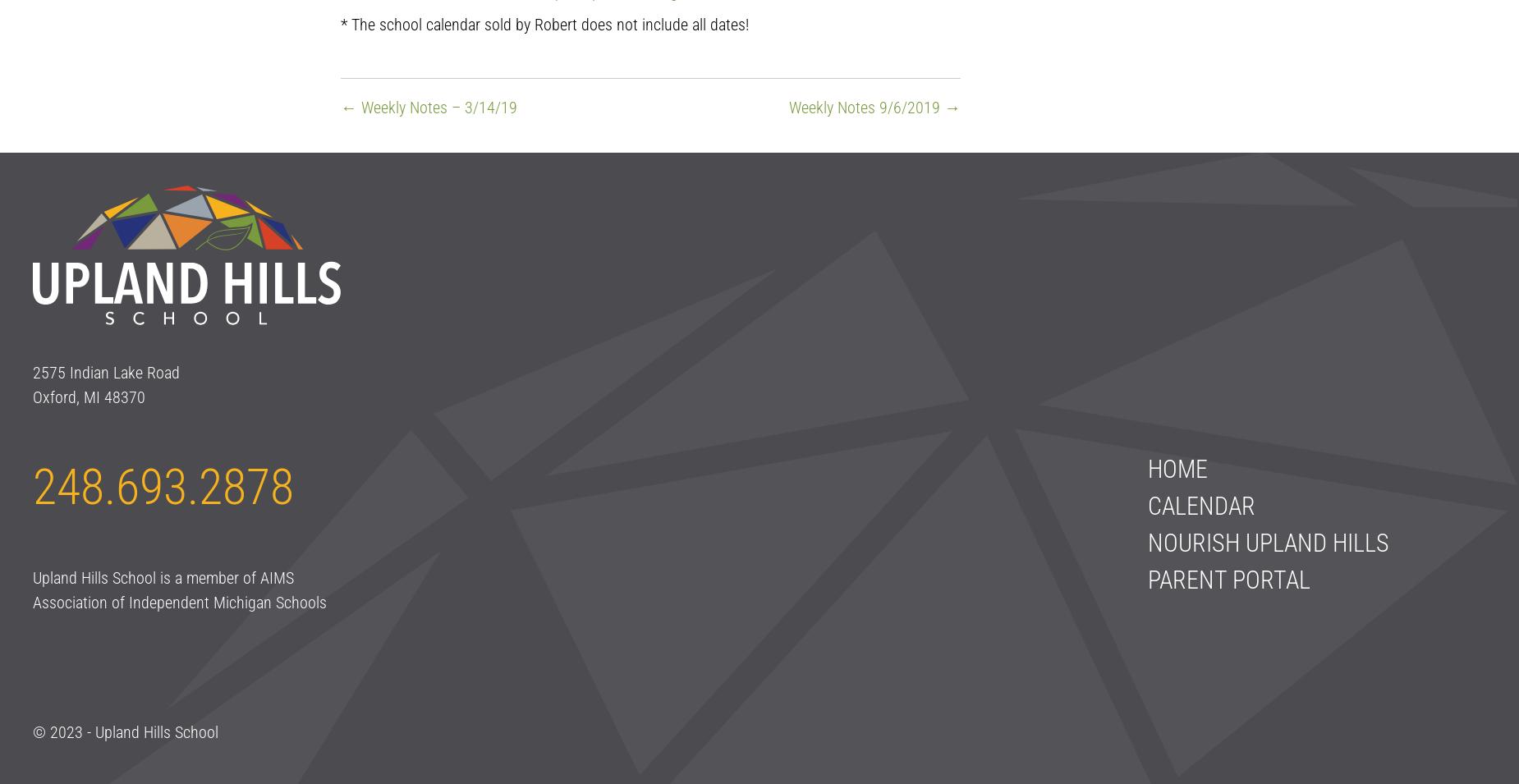 The image size is (1519, 784). What do you see at coordinates (88, 397) in the screenshot?
I see `'Oxford, MI 48370'` at bounding box center [88, 397].